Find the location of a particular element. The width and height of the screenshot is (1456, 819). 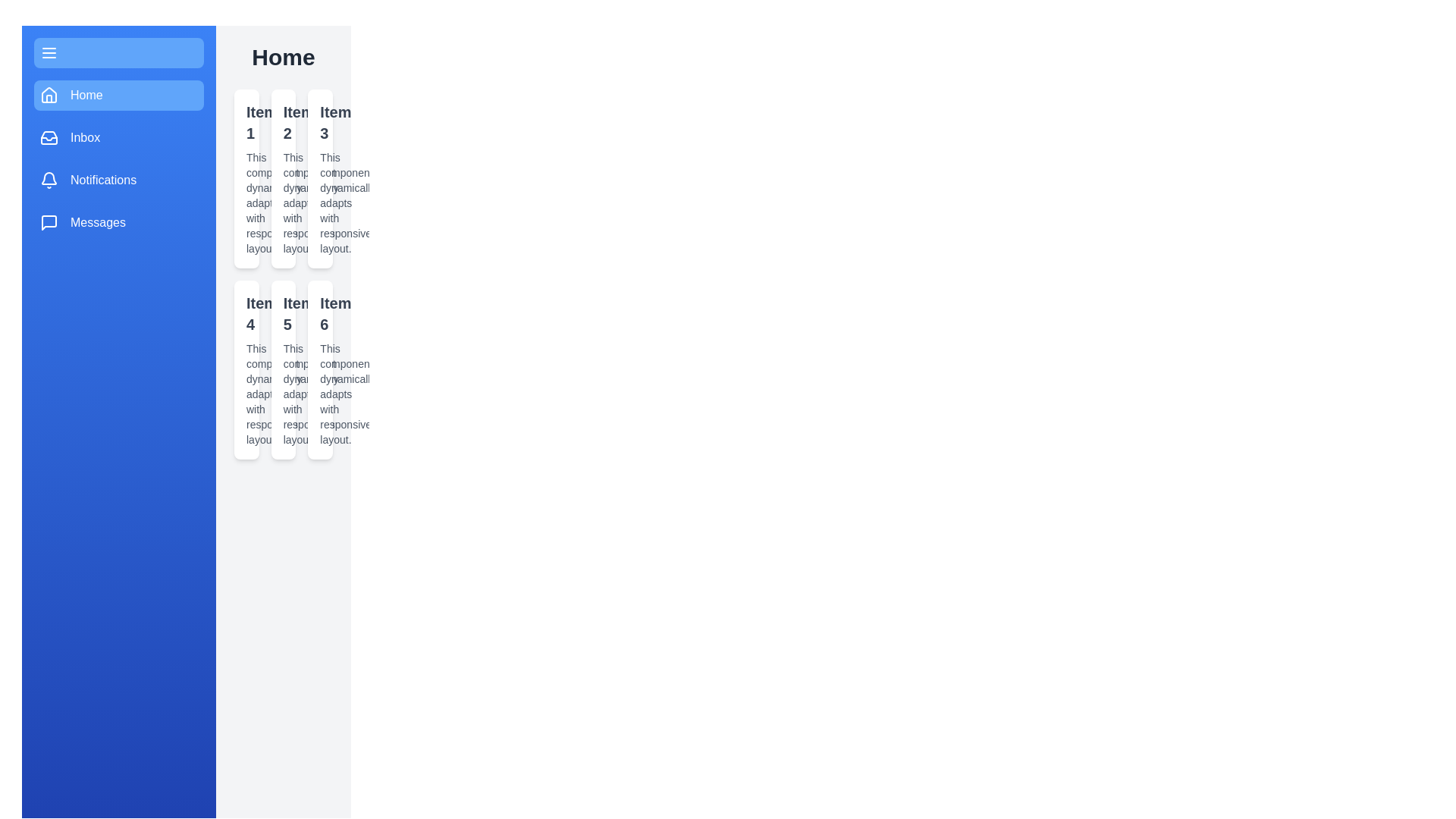

the informational card located in the bottom row, middle column of the grid layout, which displays a heading and a brief description is located at coordinates (284, 370).